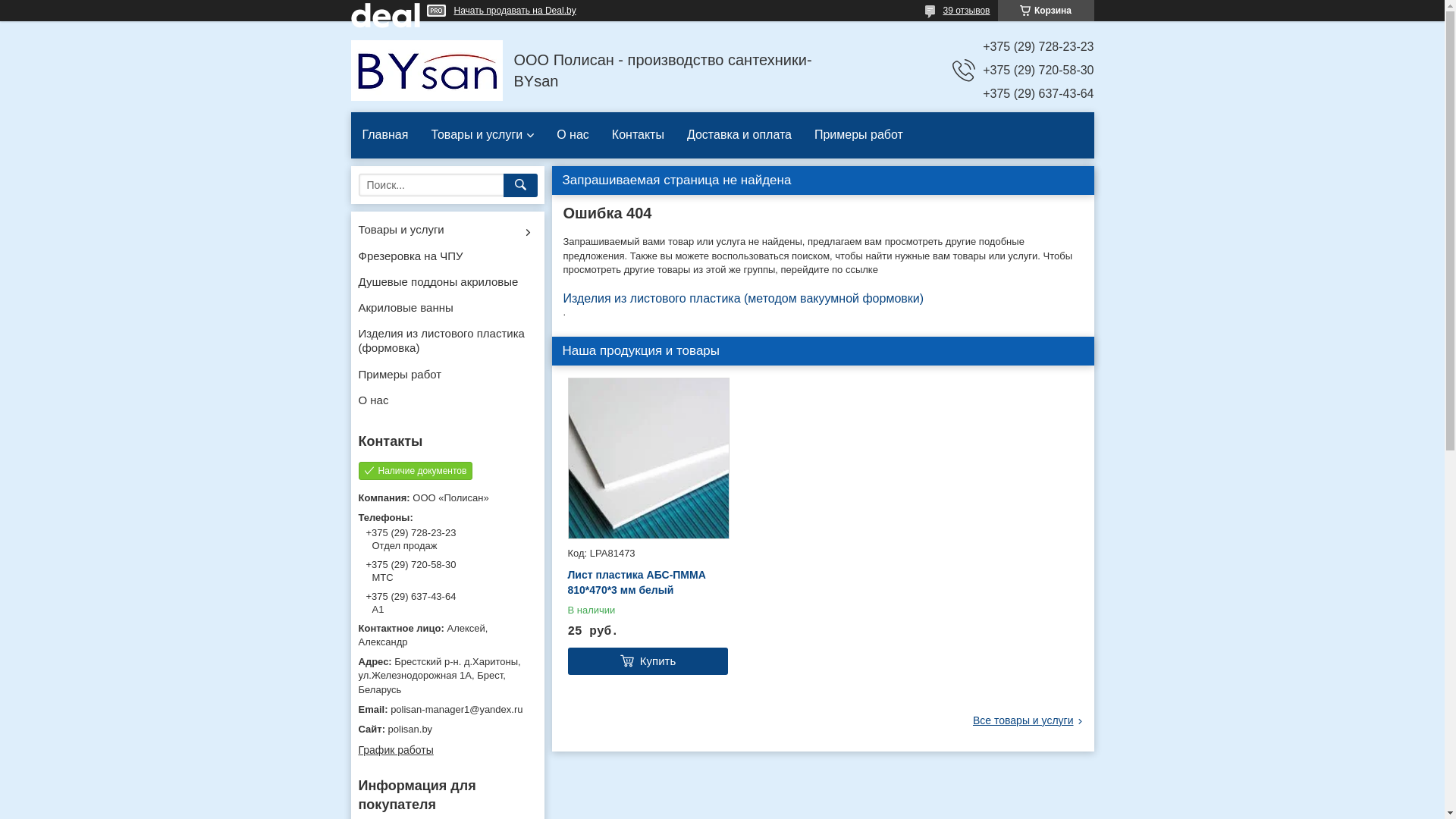 The height and width of the screenshot is (819, 1456). I want to click on 'polisan-manager1@yandex.ru', so click(446, 710).